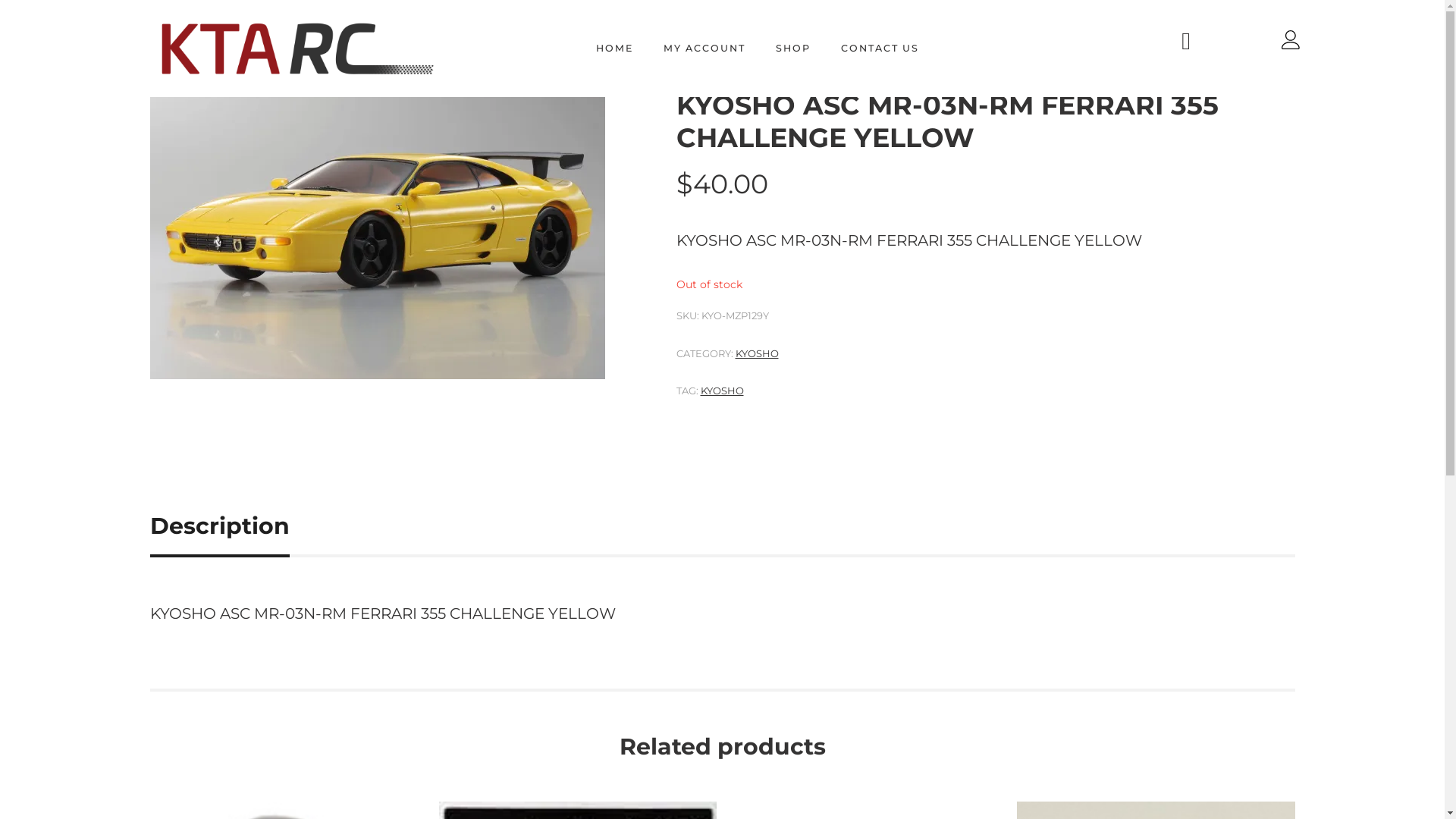  Describe the element at coordinates (1185, 40) in the screenshot. I see `'facebook'` at that location.